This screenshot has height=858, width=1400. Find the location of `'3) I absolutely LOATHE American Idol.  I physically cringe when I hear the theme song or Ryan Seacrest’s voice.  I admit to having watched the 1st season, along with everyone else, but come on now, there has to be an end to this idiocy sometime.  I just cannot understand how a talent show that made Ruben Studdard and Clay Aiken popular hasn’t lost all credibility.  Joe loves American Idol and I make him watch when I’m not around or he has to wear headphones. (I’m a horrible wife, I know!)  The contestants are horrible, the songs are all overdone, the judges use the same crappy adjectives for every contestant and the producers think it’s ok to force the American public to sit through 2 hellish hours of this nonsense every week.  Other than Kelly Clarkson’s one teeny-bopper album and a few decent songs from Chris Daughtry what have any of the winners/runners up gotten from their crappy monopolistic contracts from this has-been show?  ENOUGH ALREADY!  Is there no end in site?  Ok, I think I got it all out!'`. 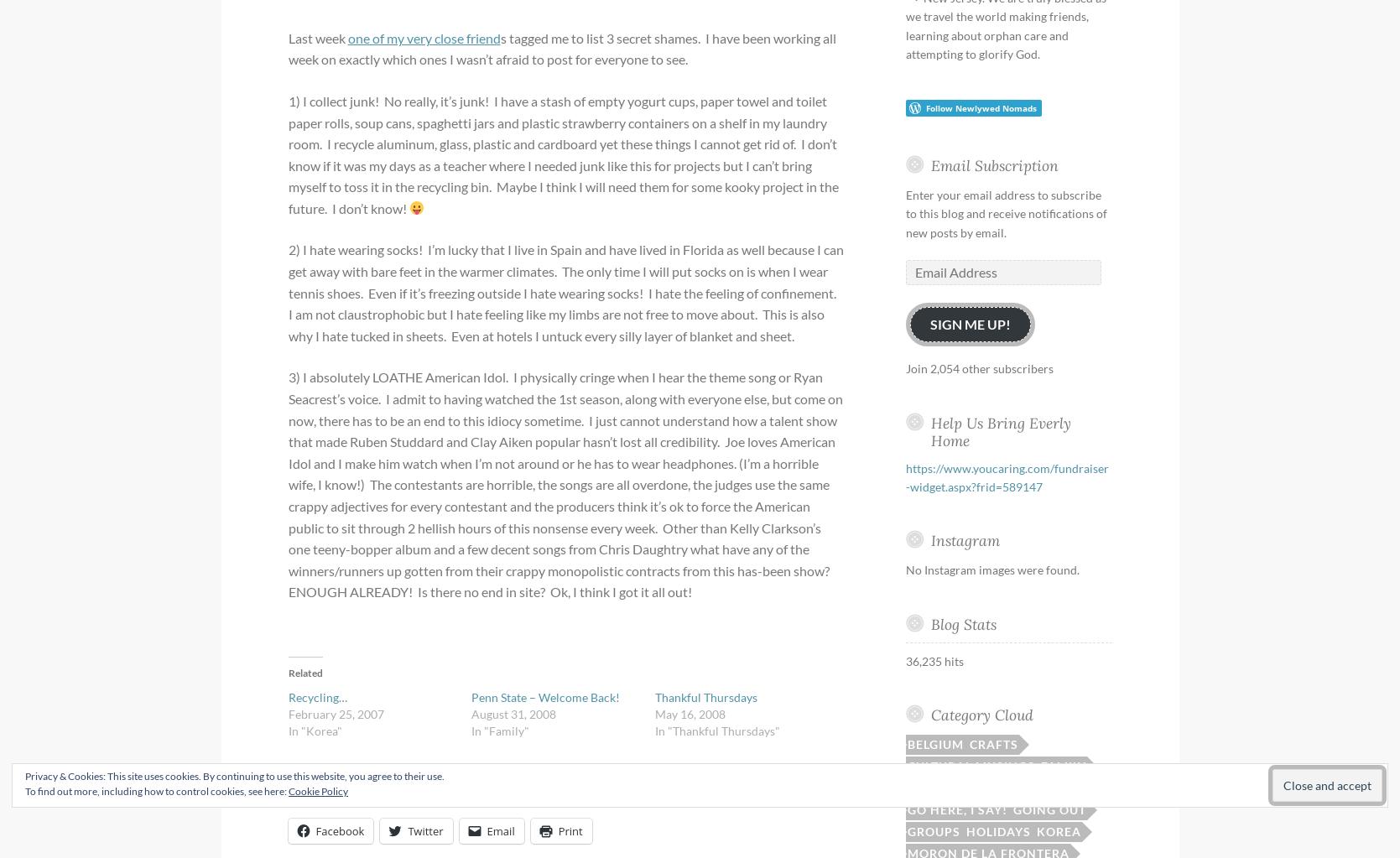

'3) I absolutely LOATHE American Idol.  I physically cringe when I hear the theme song or Ryan Seacrest’s voice.  I admit to having watched the 1st season, along with everyone else, but come on now, there has to be an end to this idiocy sometime.  I just cannot understand how a talent show that made Ruben Studdard and Clay Aiken popular hasn’t lost all credibility.  Joe loves American Idol and I make him watch when I’m not around or he has to wear headphones. (I’m a horrible wife, I know!)  The contestants are horrible, the songs are all overdone, the judges use the same crappy adjectives for every contestant and the producers think it’s ok to force the American public to sit through 2 hellish hours of this nonsense every week.  Other than Kelly Clarkson’s one teeny-bopper album and a few decent songs from Chris Daughtry what have any of the winners/runners up gotten from their crappy monopolistic contracts from this has-been show?  ENOUGH ALREADY!  Is there no end in site?  Ok, I think I got it all out!' is located at coordinates (565, 484).